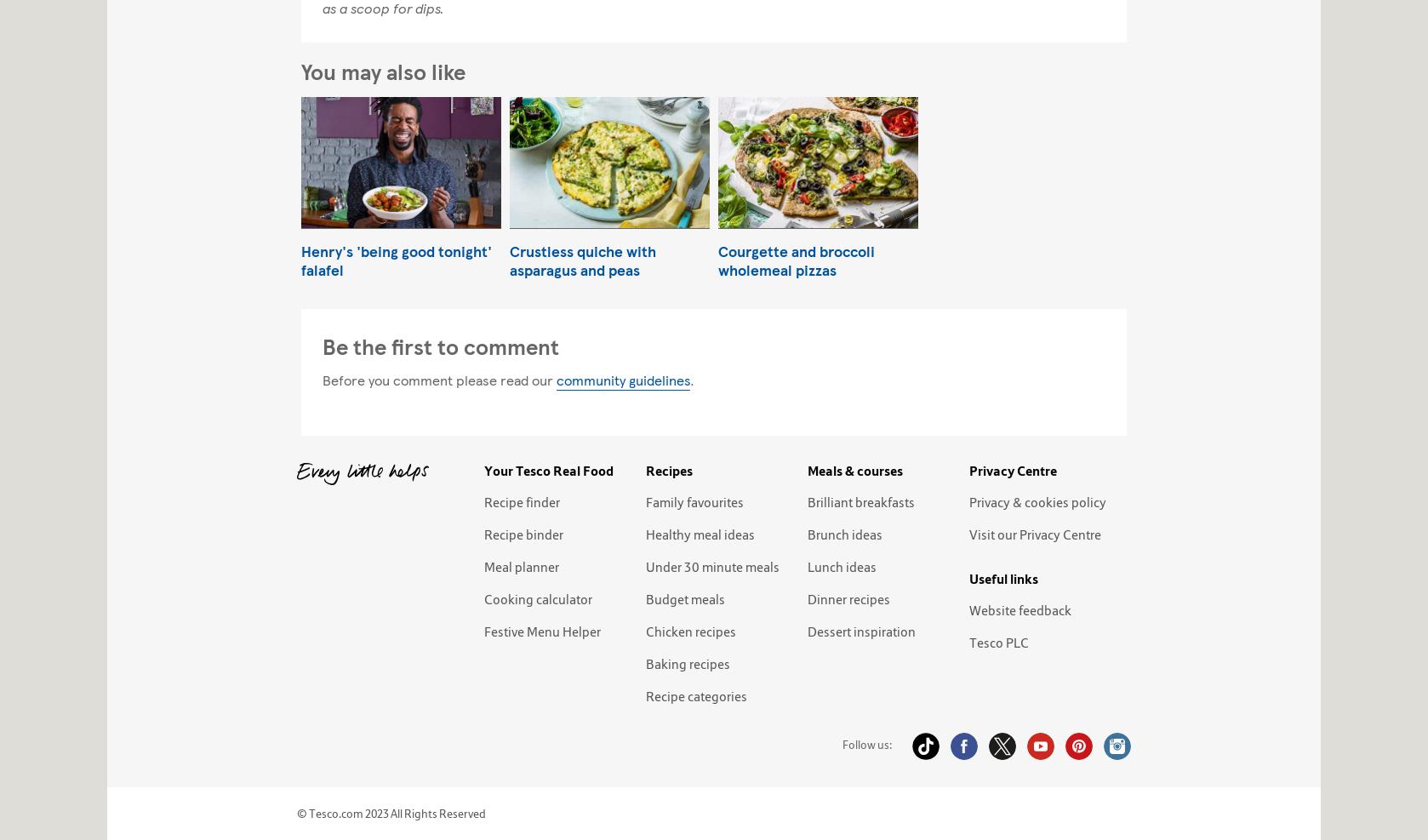  What do you see at coordinates (689, 630) in the screenshot?
I see `'Chicken recipes'` at bounding box center [689, 630].